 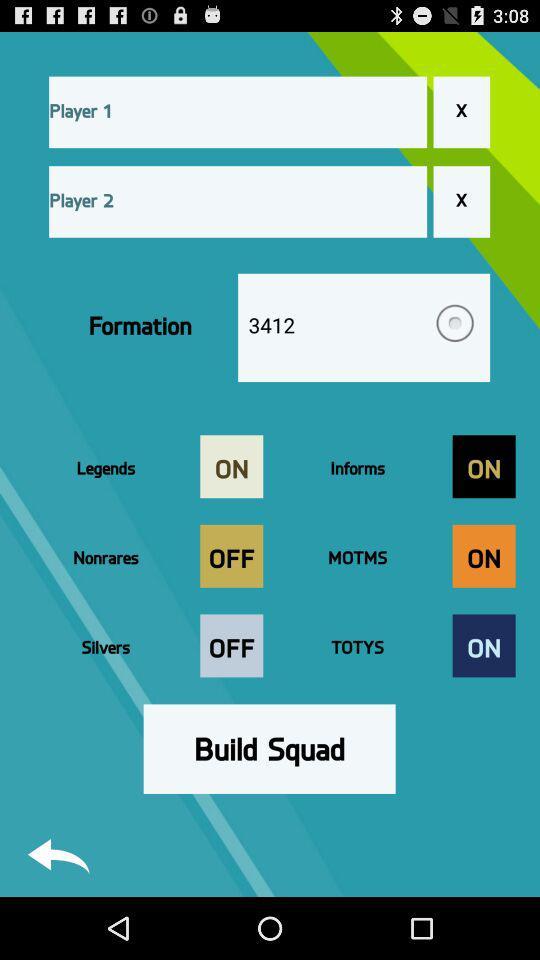 I want to click on player 1, so click(x=238, y=111).